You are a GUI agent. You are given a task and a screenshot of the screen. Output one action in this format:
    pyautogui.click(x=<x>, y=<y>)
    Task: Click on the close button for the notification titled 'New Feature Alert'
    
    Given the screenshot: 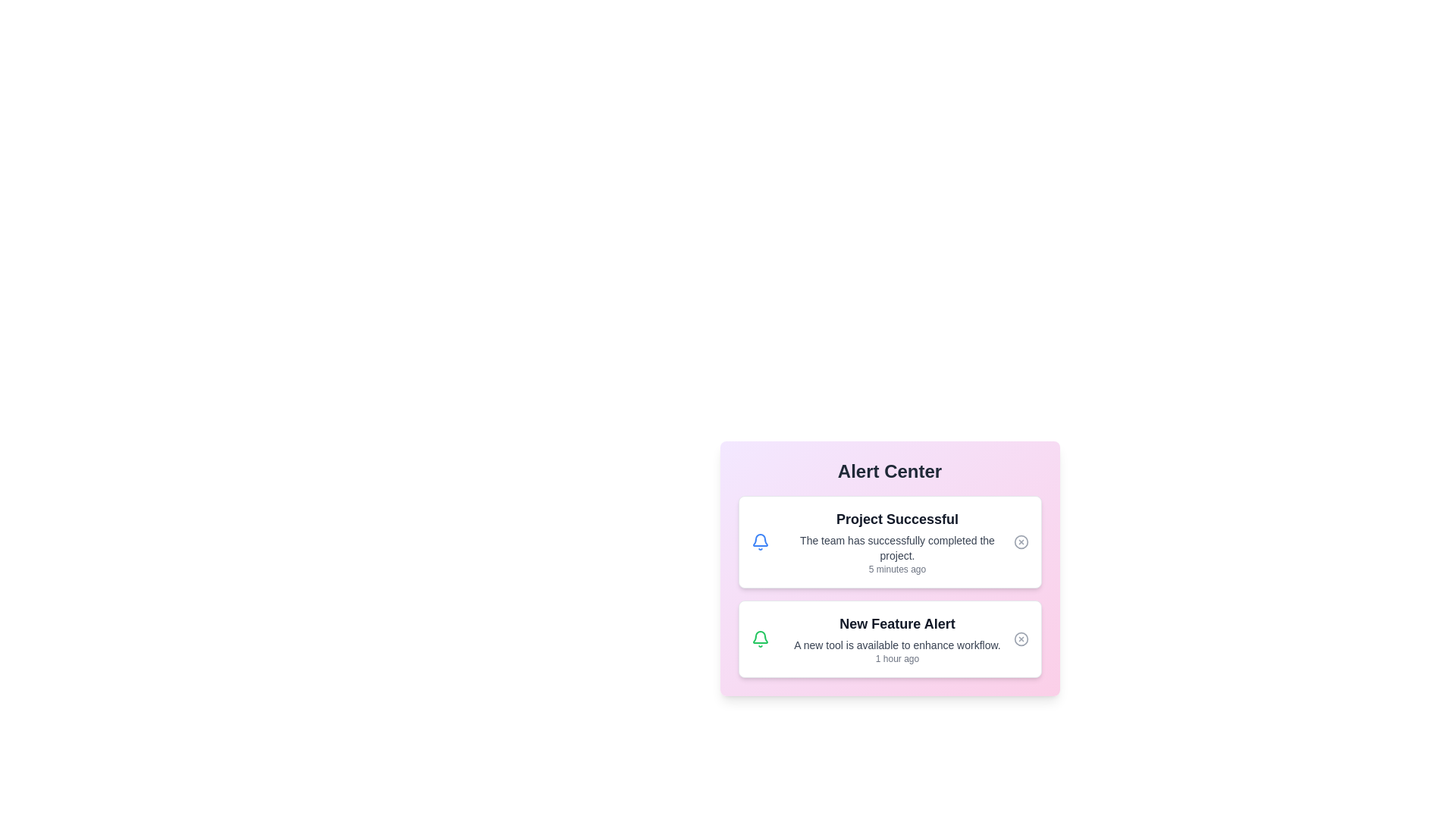 What is the action you would take?
    pyautogui.click(x=1021, y=639)
    